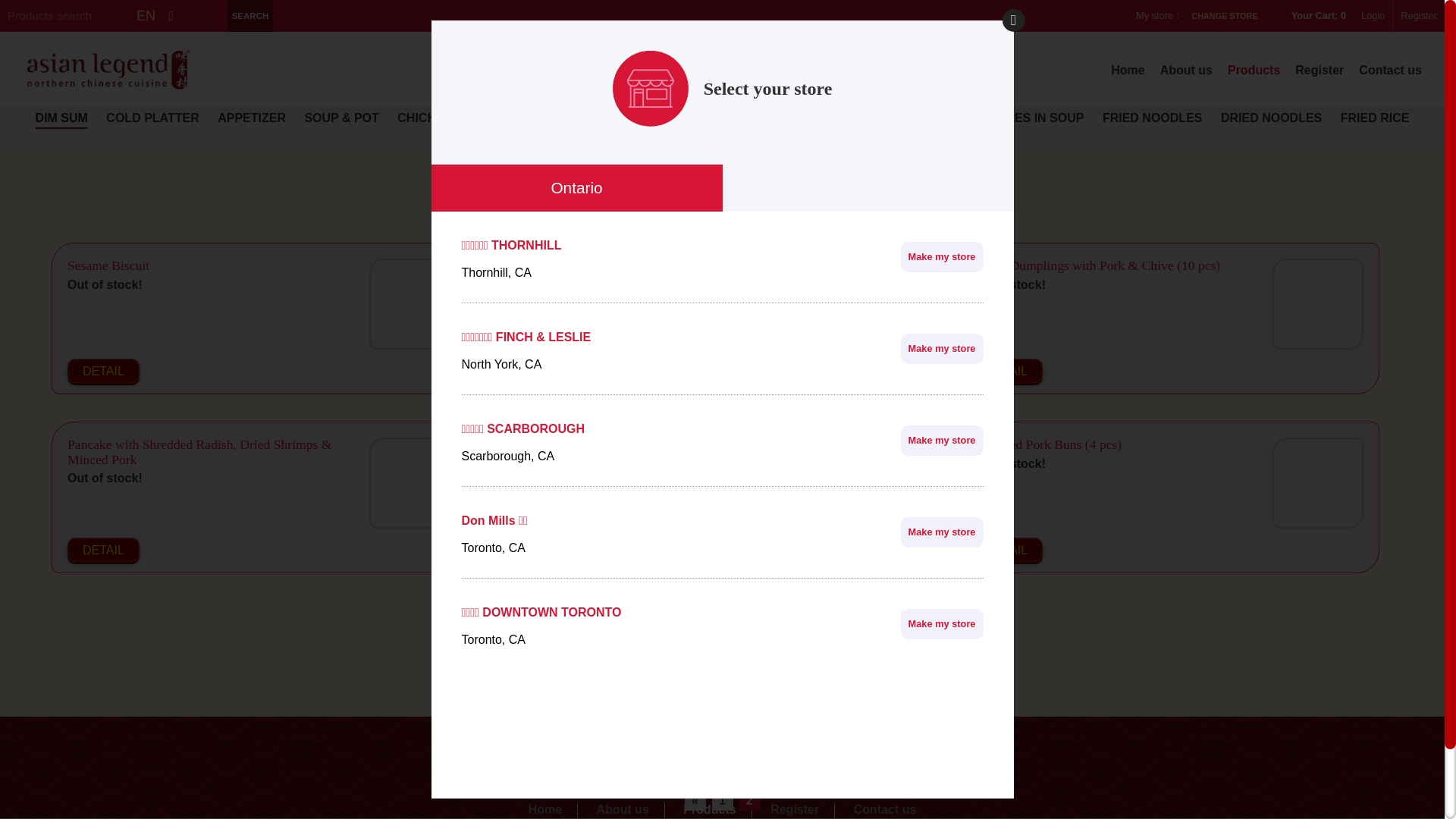 This screenshot has width=1456, height=819. I want to click on 'Search', so click(250, 15).